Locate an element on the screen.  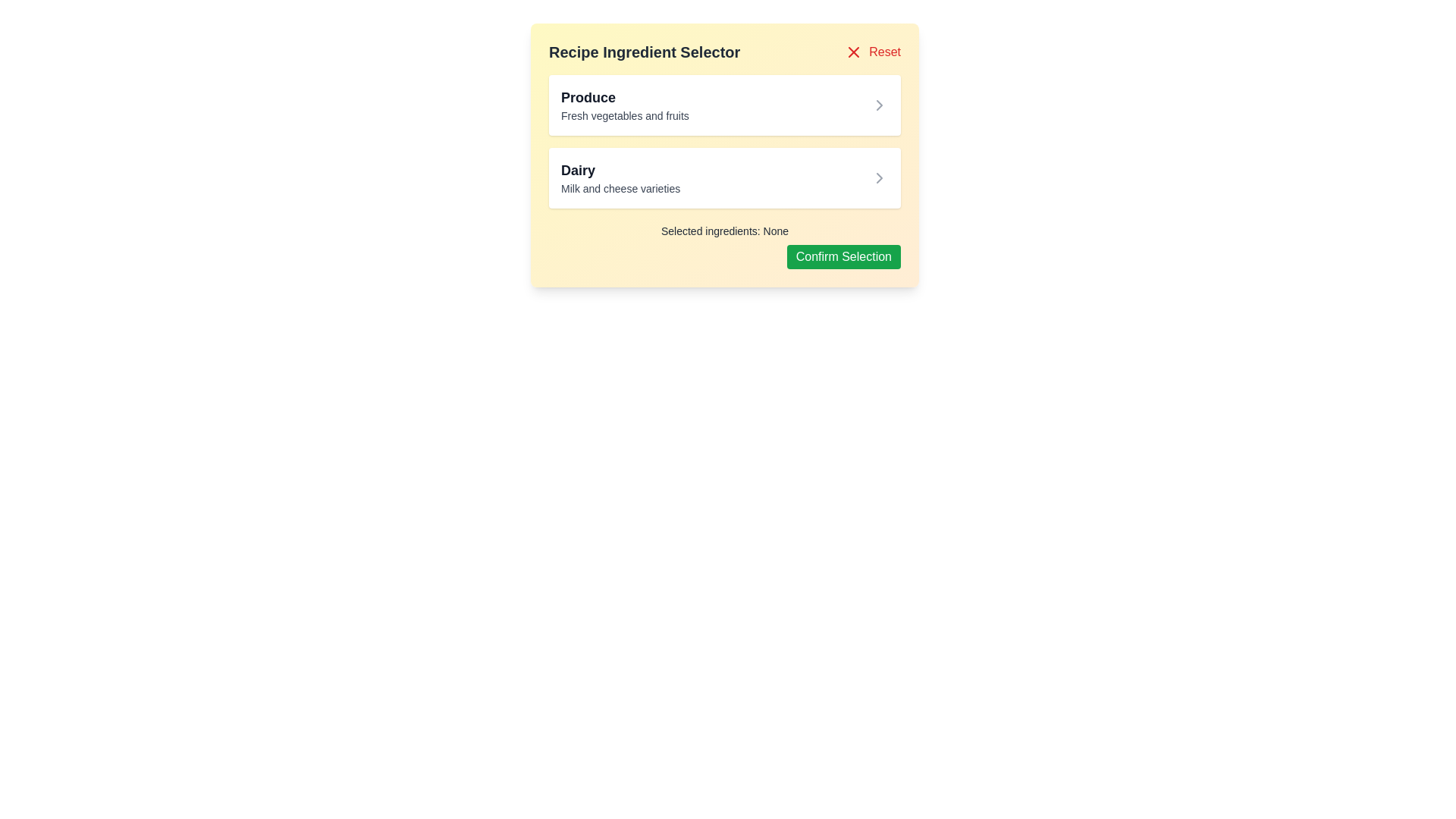
the 'Reset' button (text with accompanying icon) in the top-right corner of the 'Recipe Ingredient Selector' interface to reset selections is located at coordinates (873, 52).